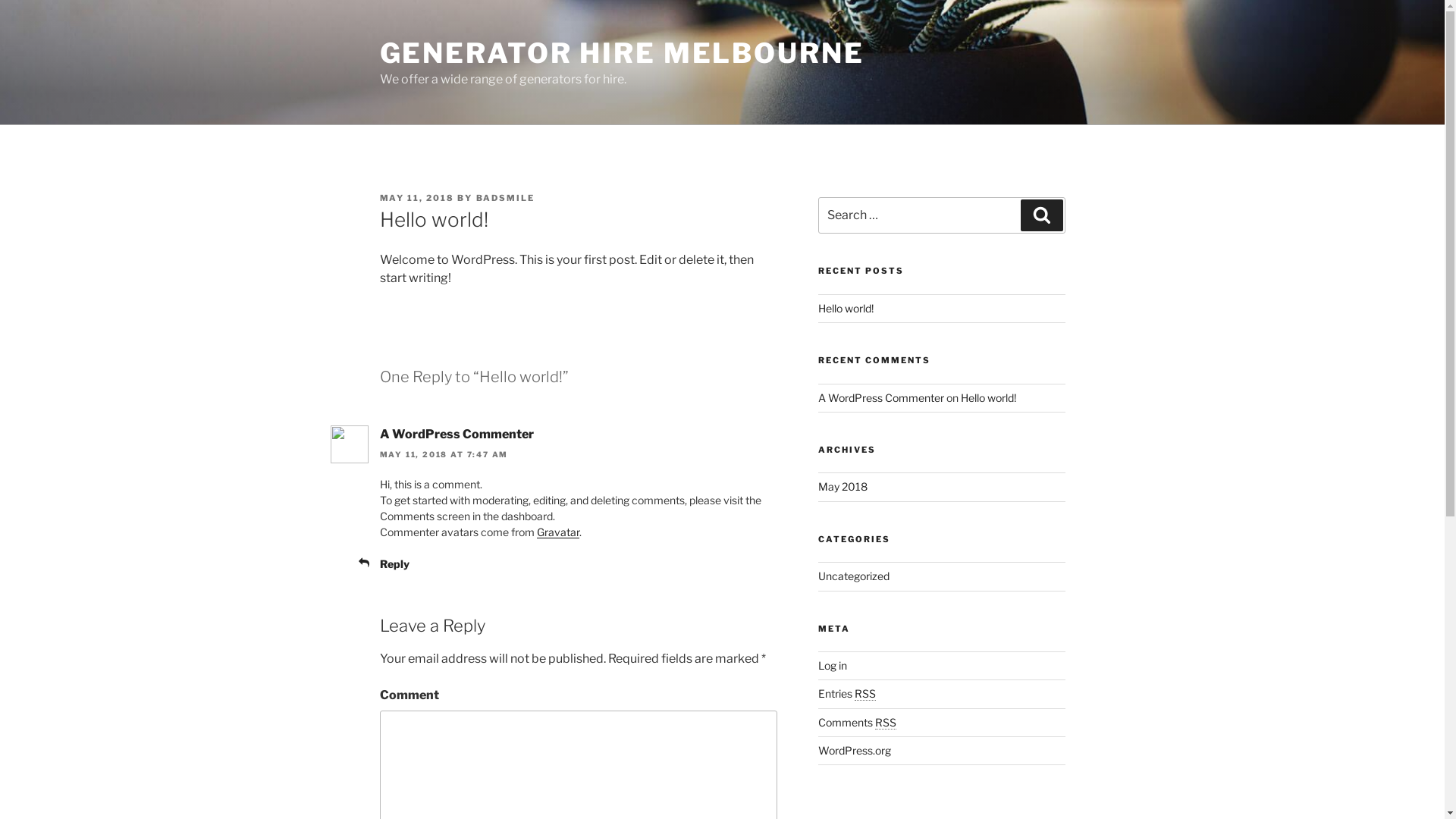 This screenshot has height=819, width=1456. I want to click on 'BADSMILE', so click(506, 197).